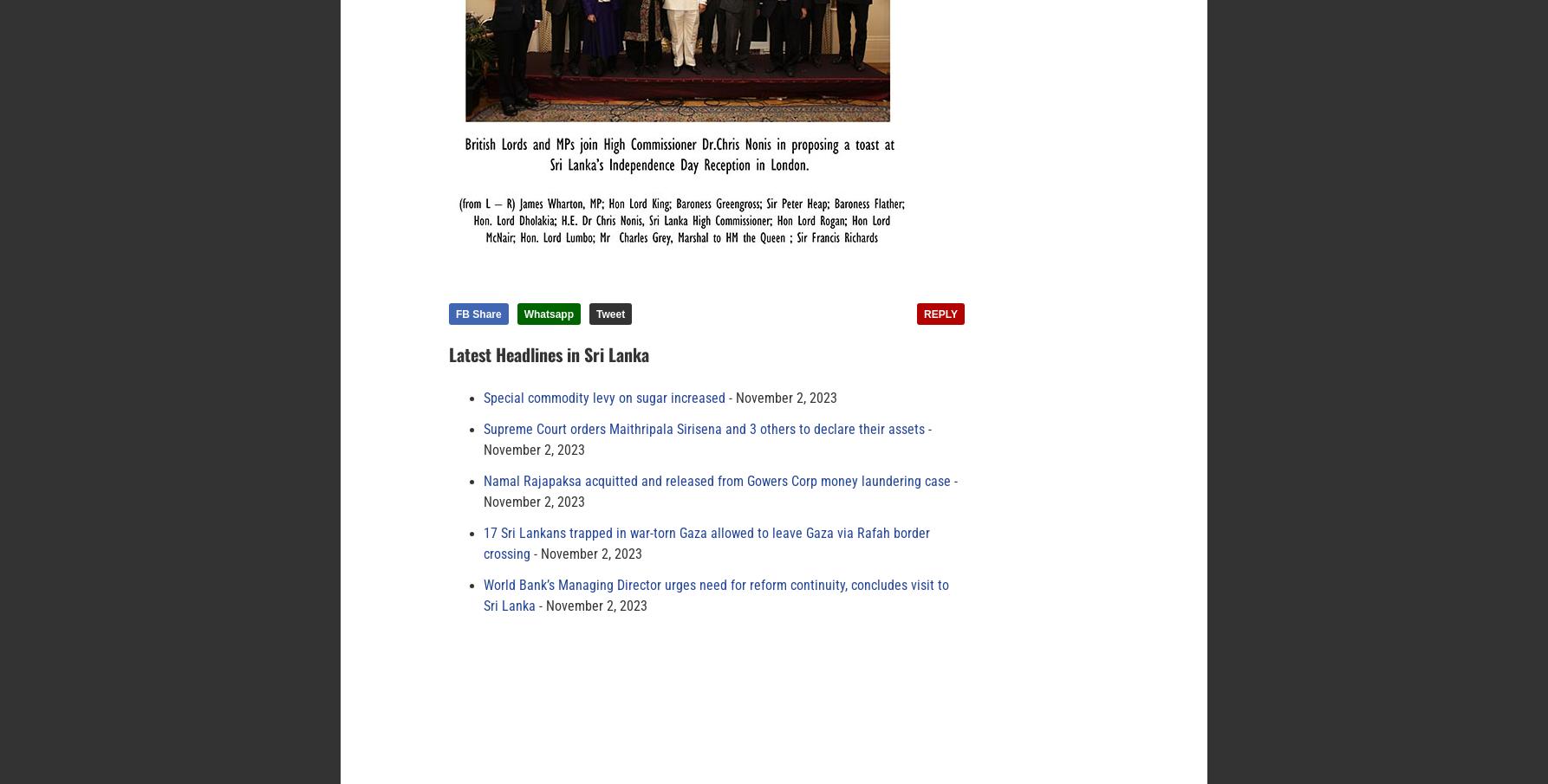  What do you see at coordinates (604, 398) in the screenshot?
I see `'Special commodity levy on sugar increased'` at bounding box center [604, 398].